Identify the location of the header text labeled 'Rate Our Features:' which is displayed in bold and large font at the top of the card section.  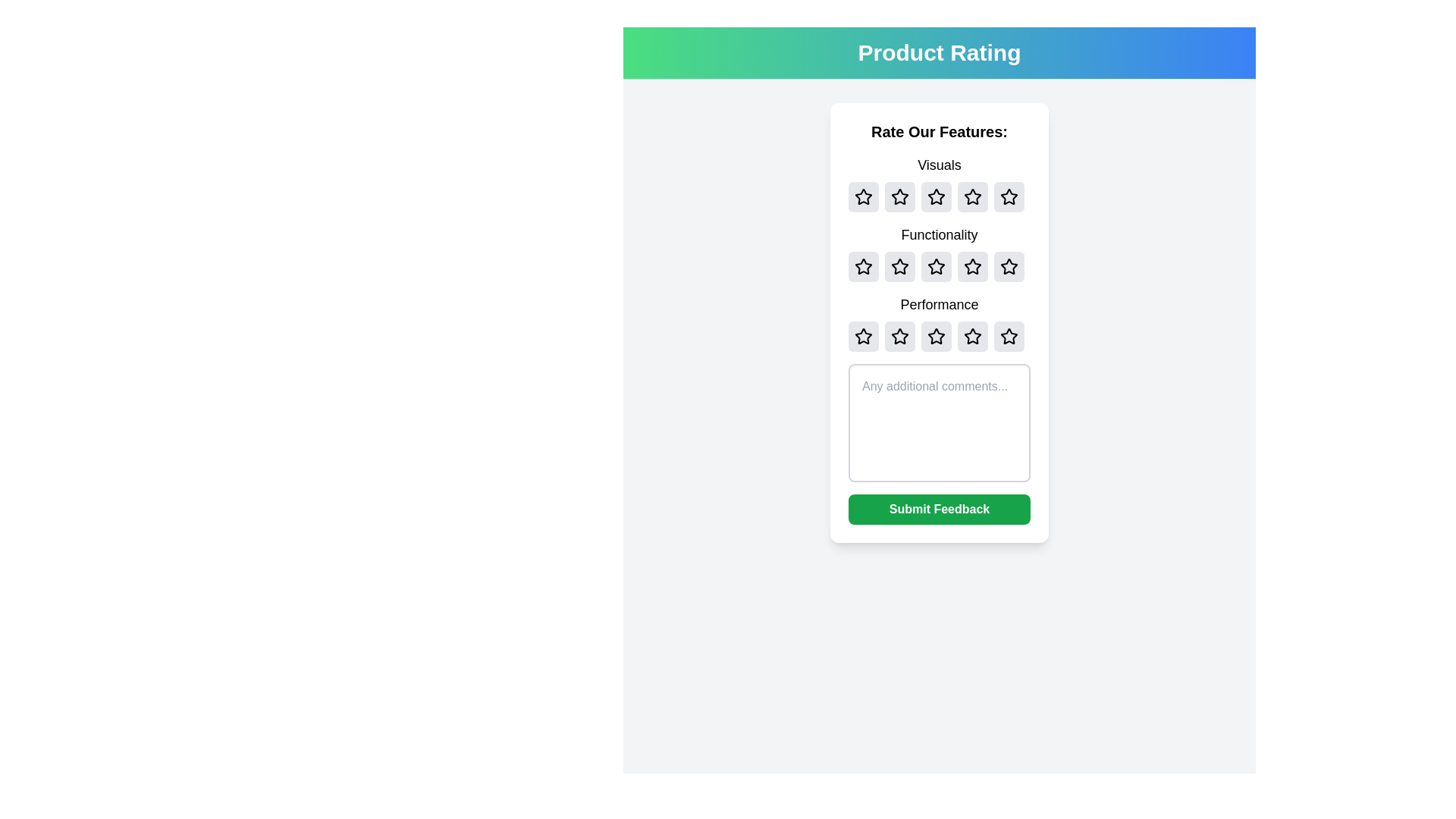
(938, 130).